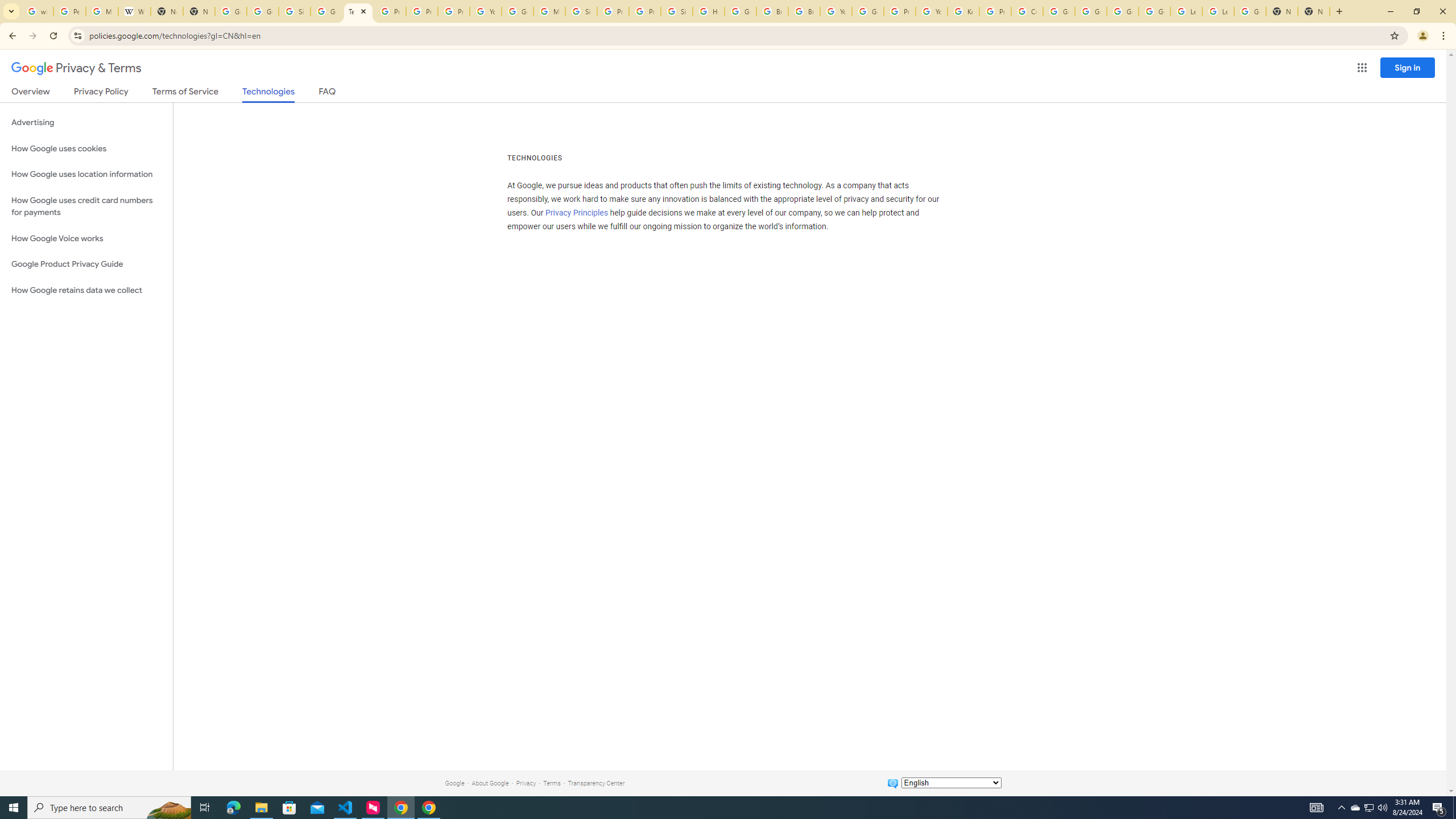 This screenshot has height=819, width=1456. What do you see at coordinates (1282, 11) in the screenshot?
I see `'New Tab'` at bounding box center [1282, 11].